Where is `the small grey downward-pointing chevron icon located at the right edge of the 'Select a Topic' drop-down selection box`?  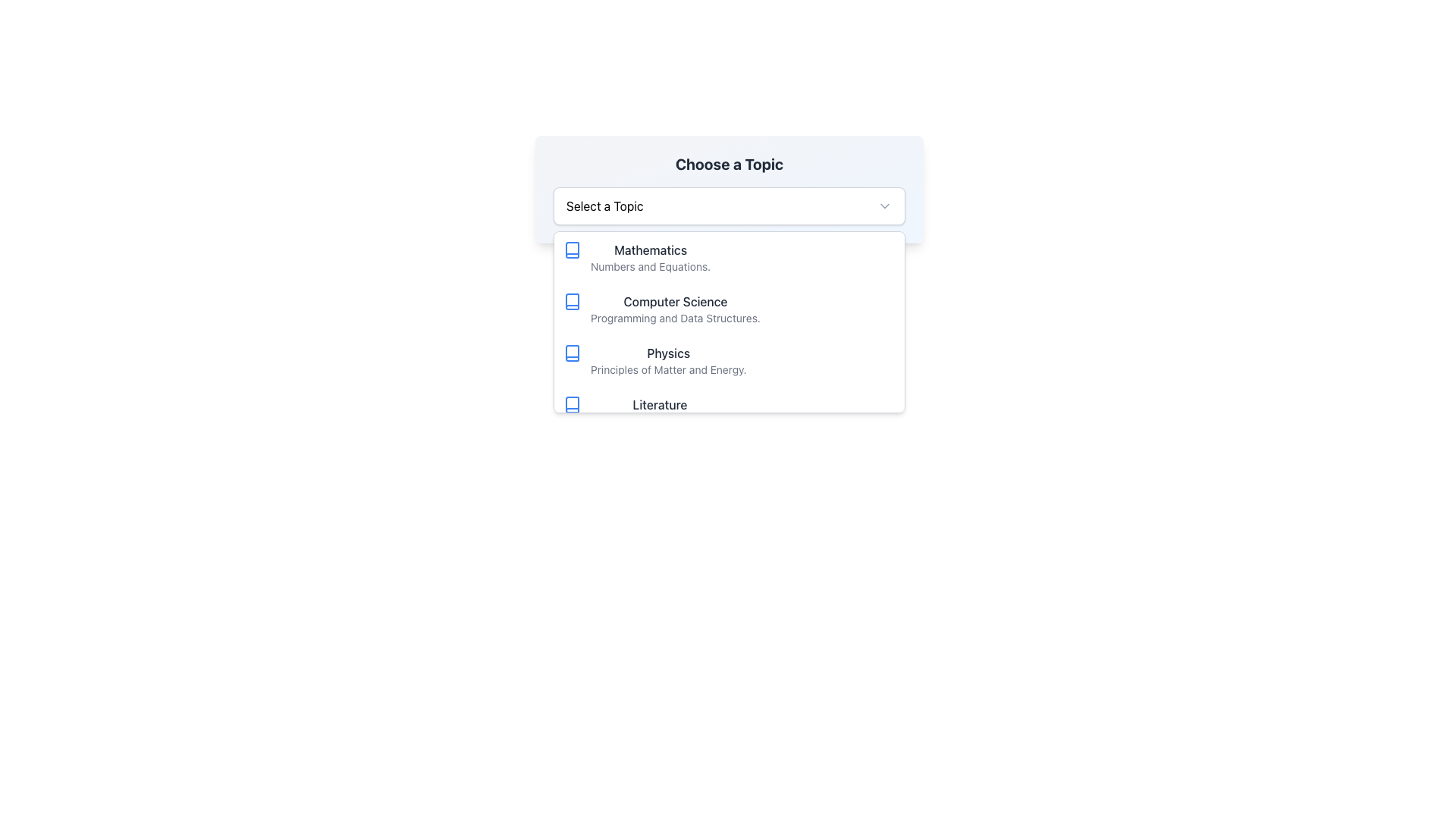 the small grey downward-pointing chevron icon located at the right edge of the 'Select a Topic' drop-down selection box is located at coordinates (884, 206).